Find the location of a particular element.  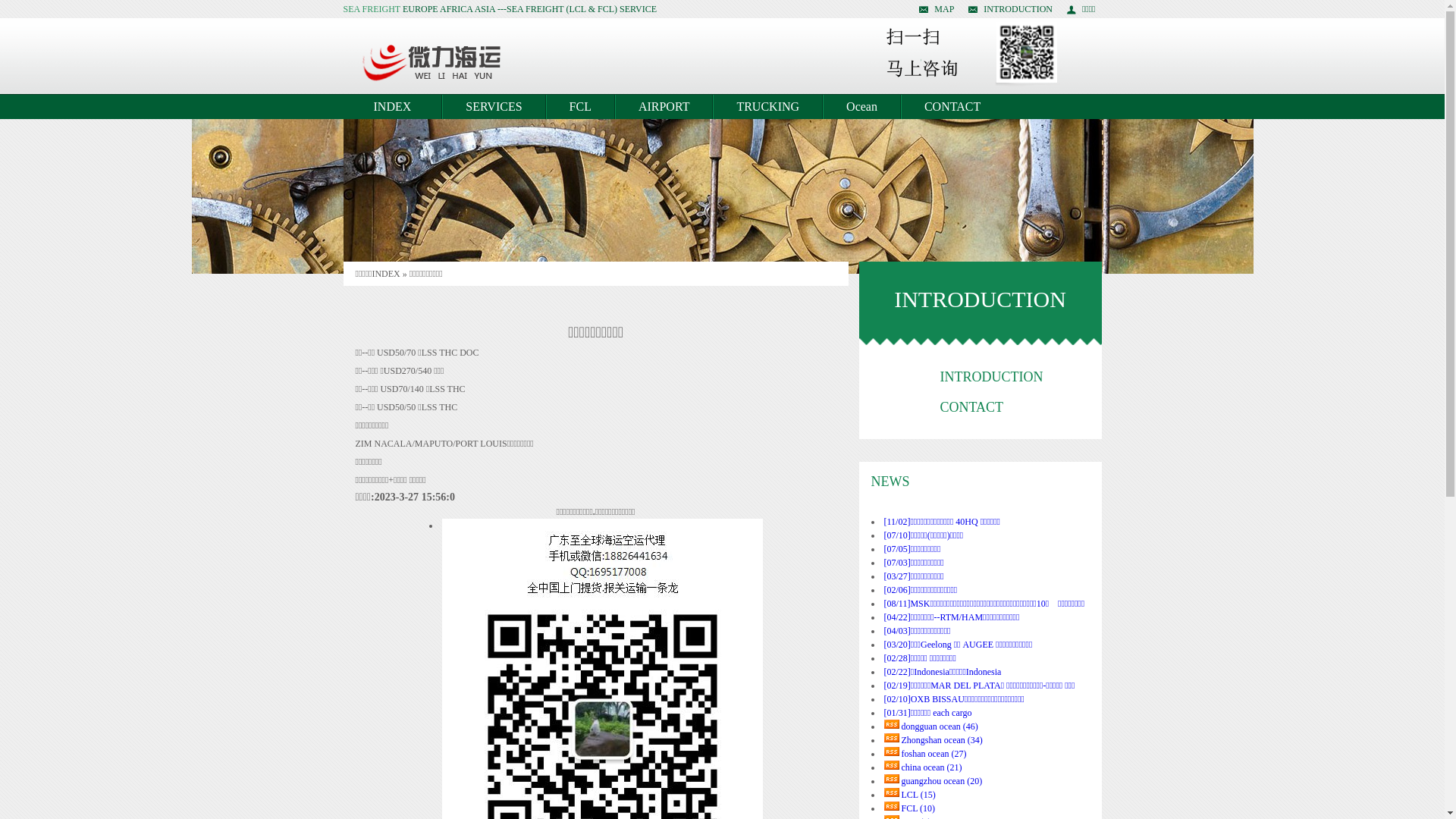

'CONTACT' is located at coordinates (971, 406).